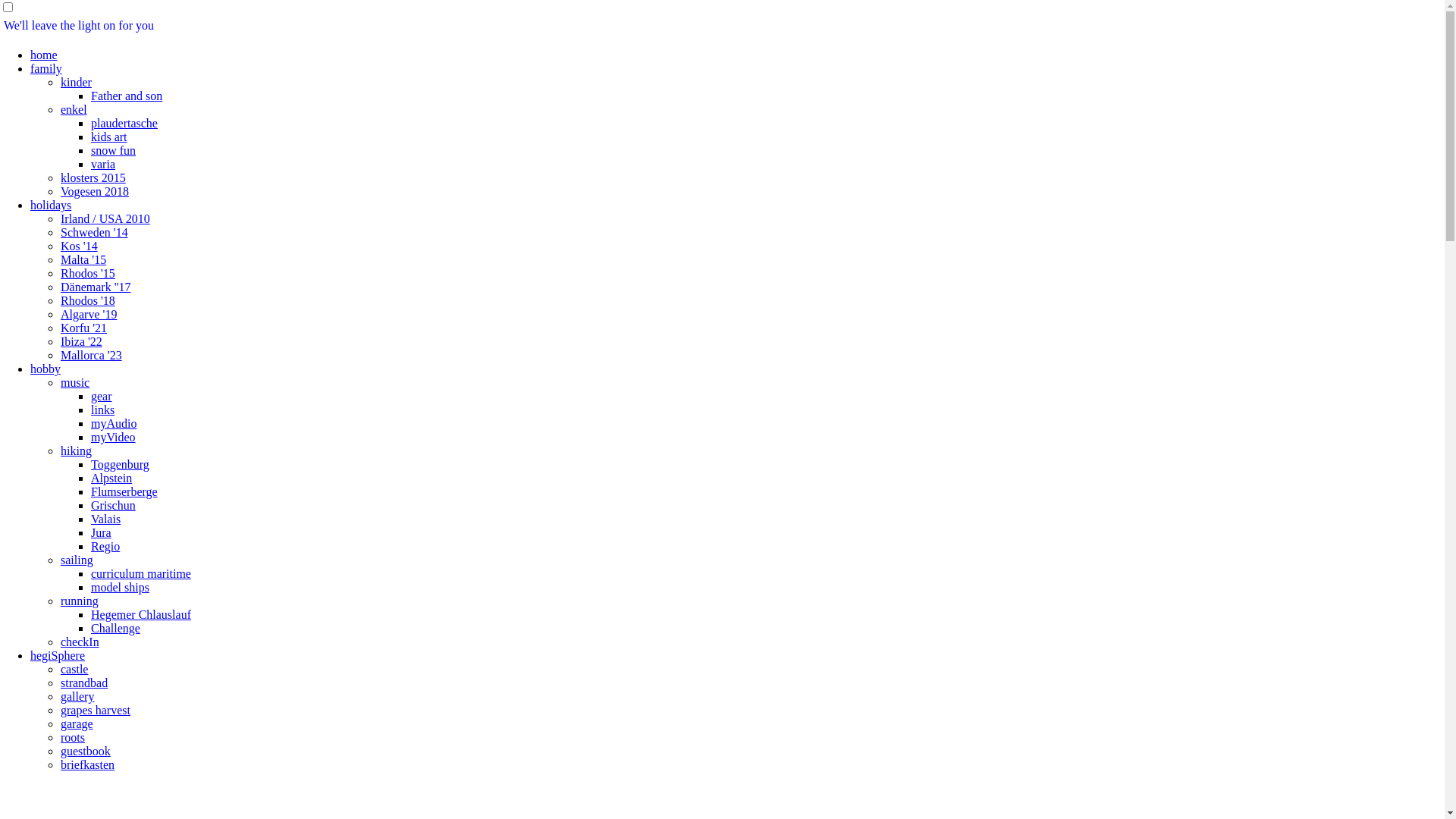 The width and height of the screenshot is (1456, 819). I want to click on 'Grischun', so click(112, 505).